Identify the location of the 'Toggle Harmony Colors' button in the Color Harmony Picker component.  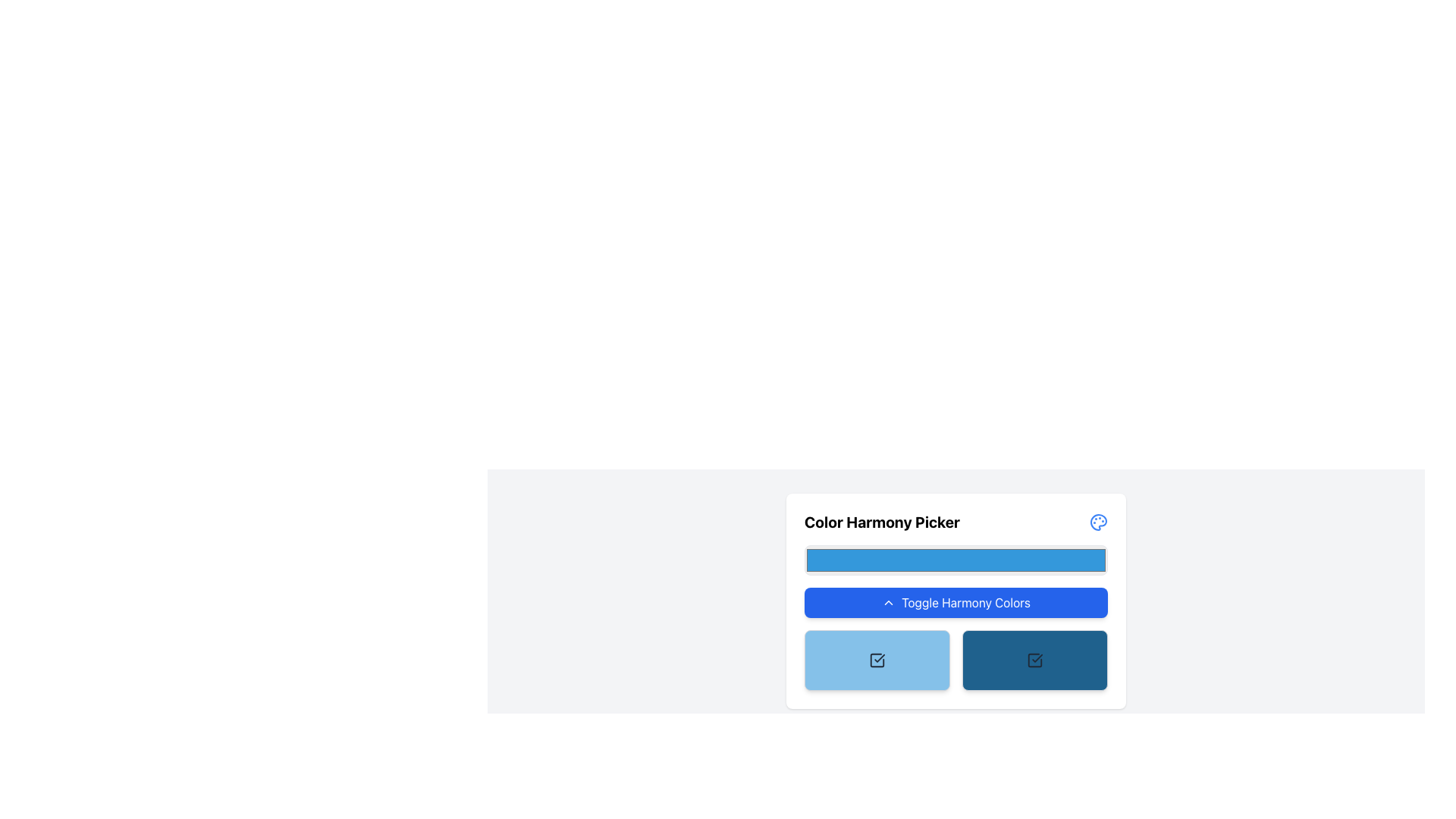
(955, 601).